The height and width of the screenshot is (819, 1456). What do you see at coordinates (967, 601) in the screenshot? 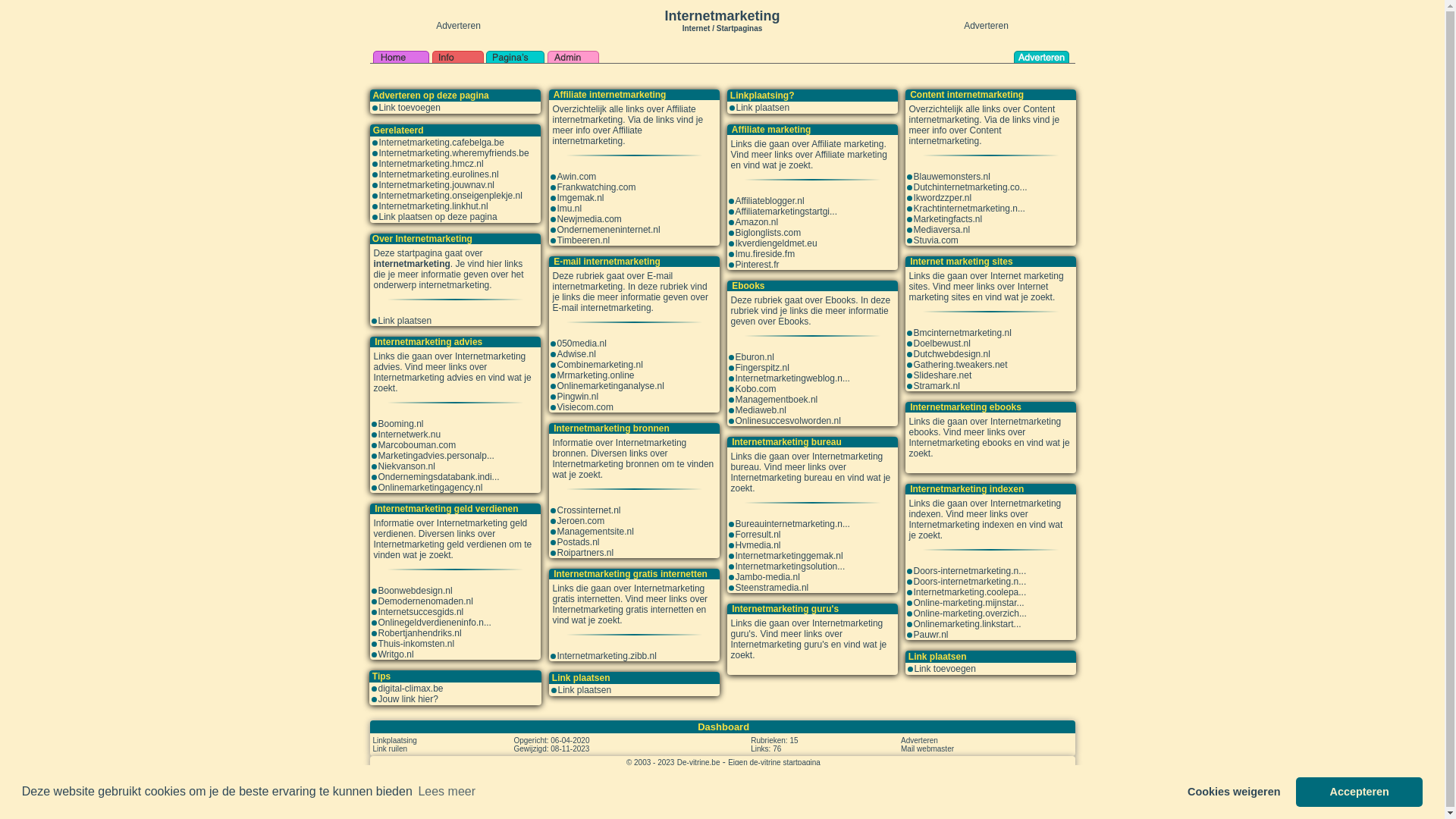
I see `'Online-marketing.mijnstar...'` at bounding box center [967, 601].